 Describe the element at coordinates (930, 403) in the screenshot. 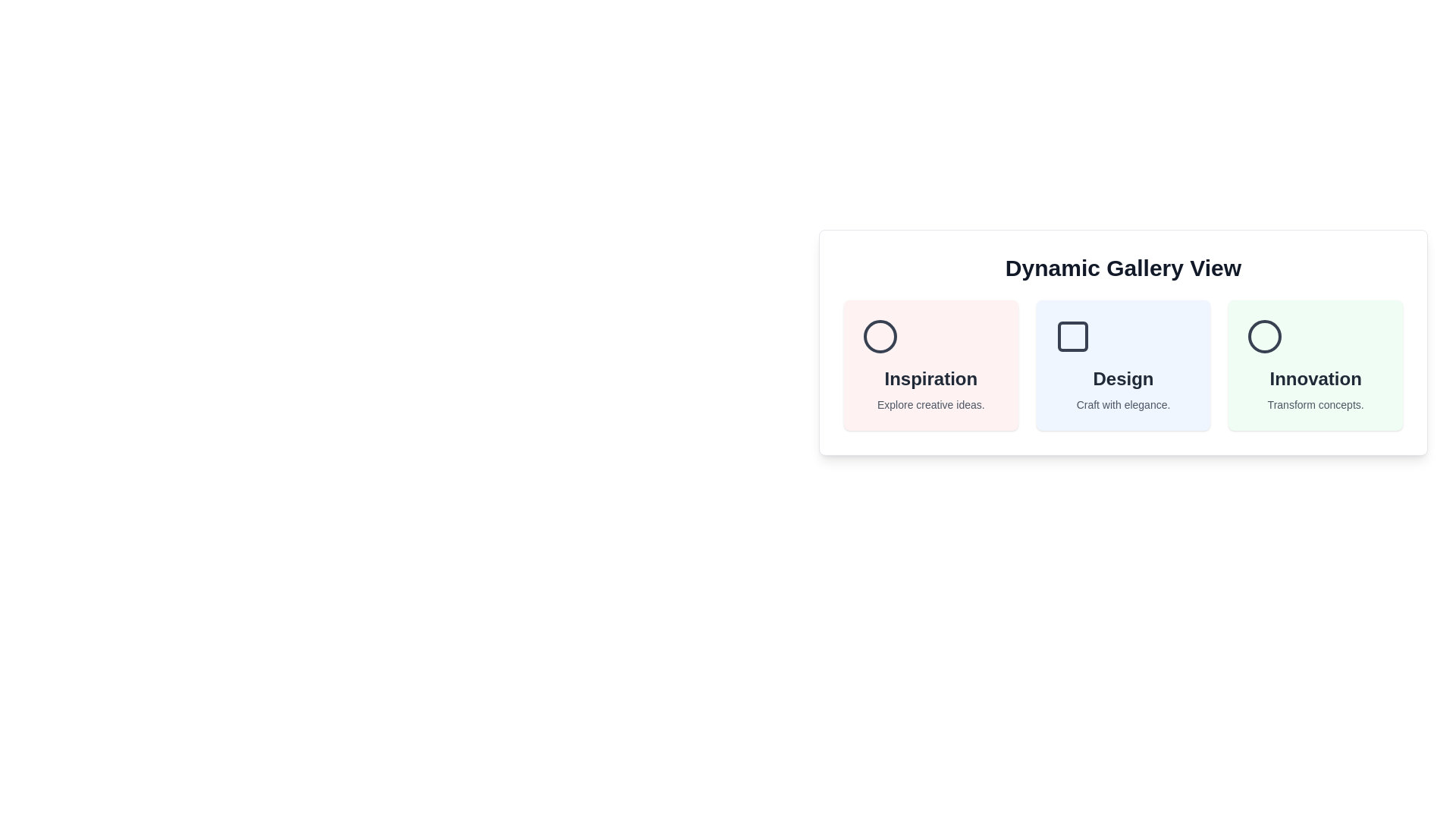

I see `text content of the label that says 'Explore creative ideas.' located below the 'Inspiration' label in the Dynamic Gallery View section` at that location.